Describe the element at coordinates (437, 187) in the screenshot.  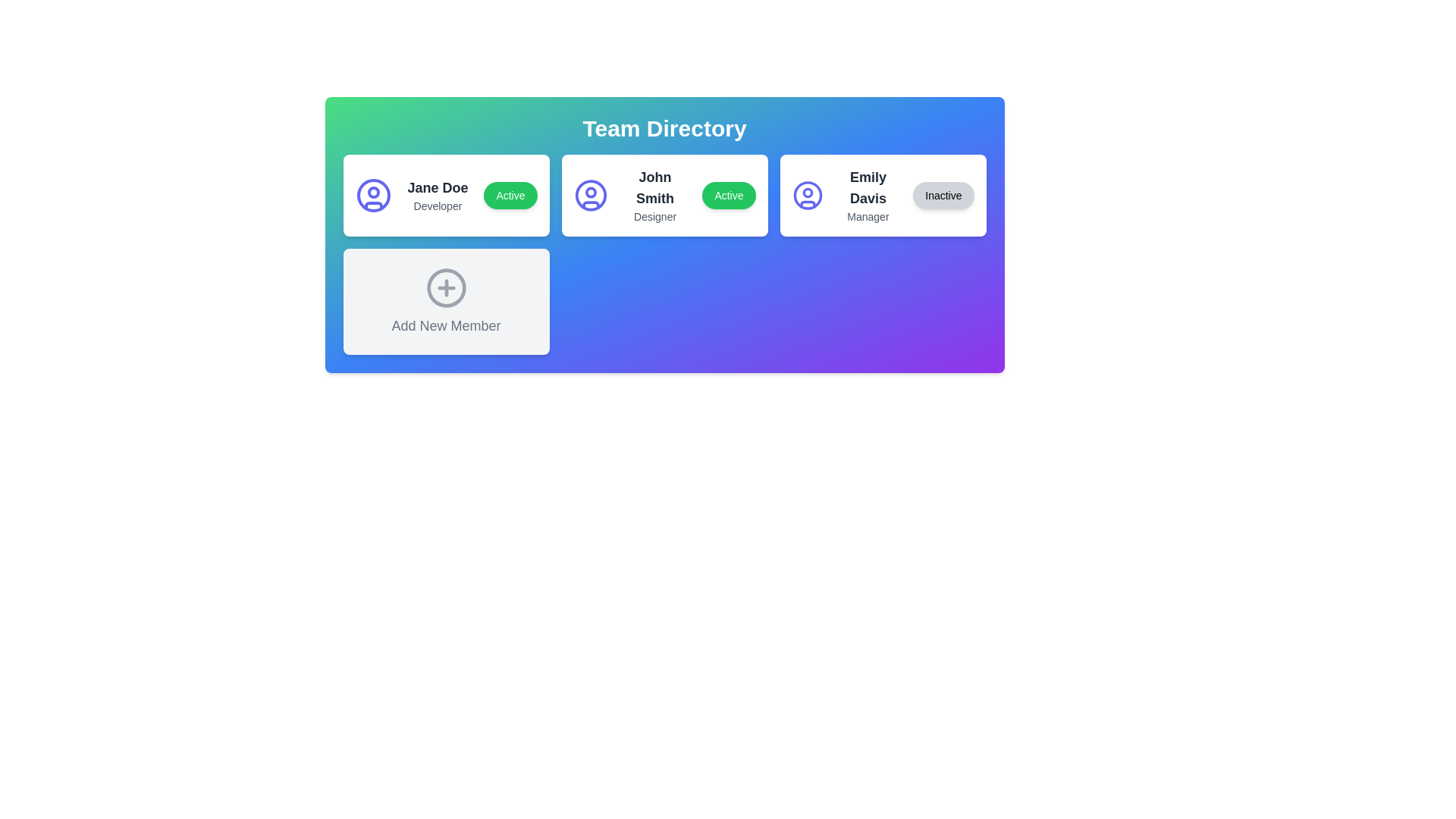
I see `the text label 'Jane Doe' from the first card in the 'Team Directory' section` at that location.